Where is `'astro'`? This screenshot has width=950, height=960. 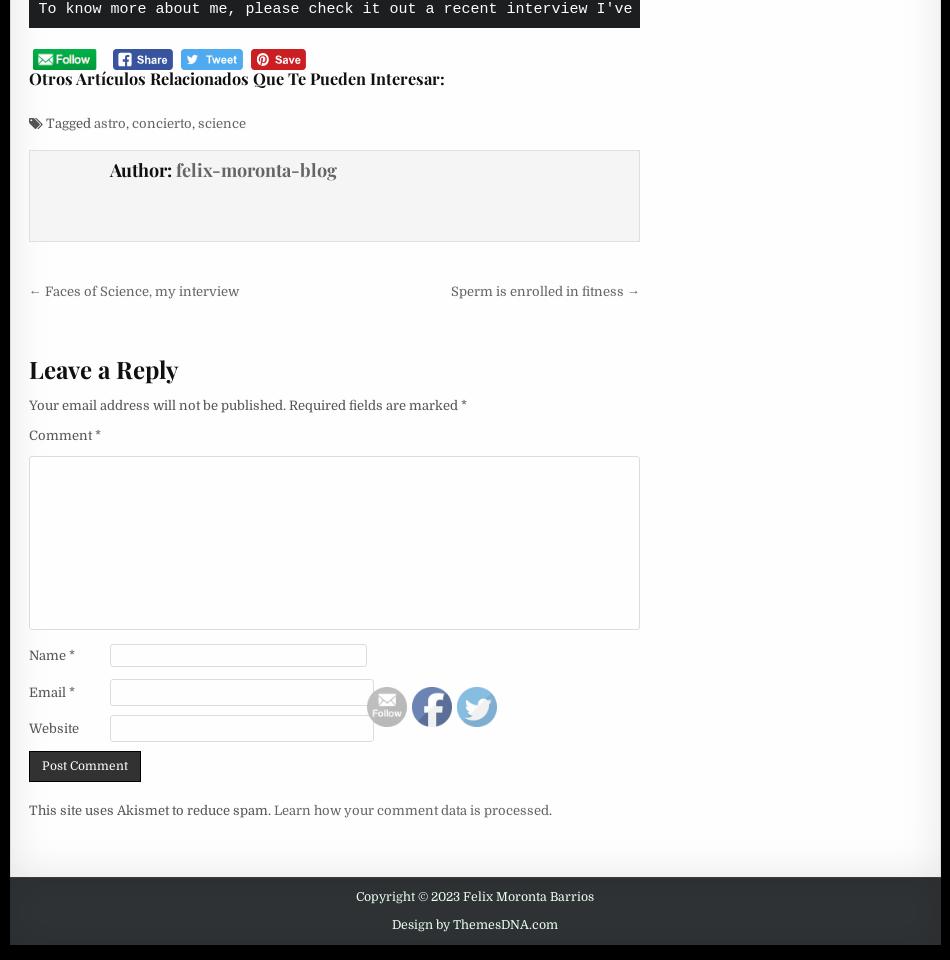
'astro' is located at coordinates (108, 121).